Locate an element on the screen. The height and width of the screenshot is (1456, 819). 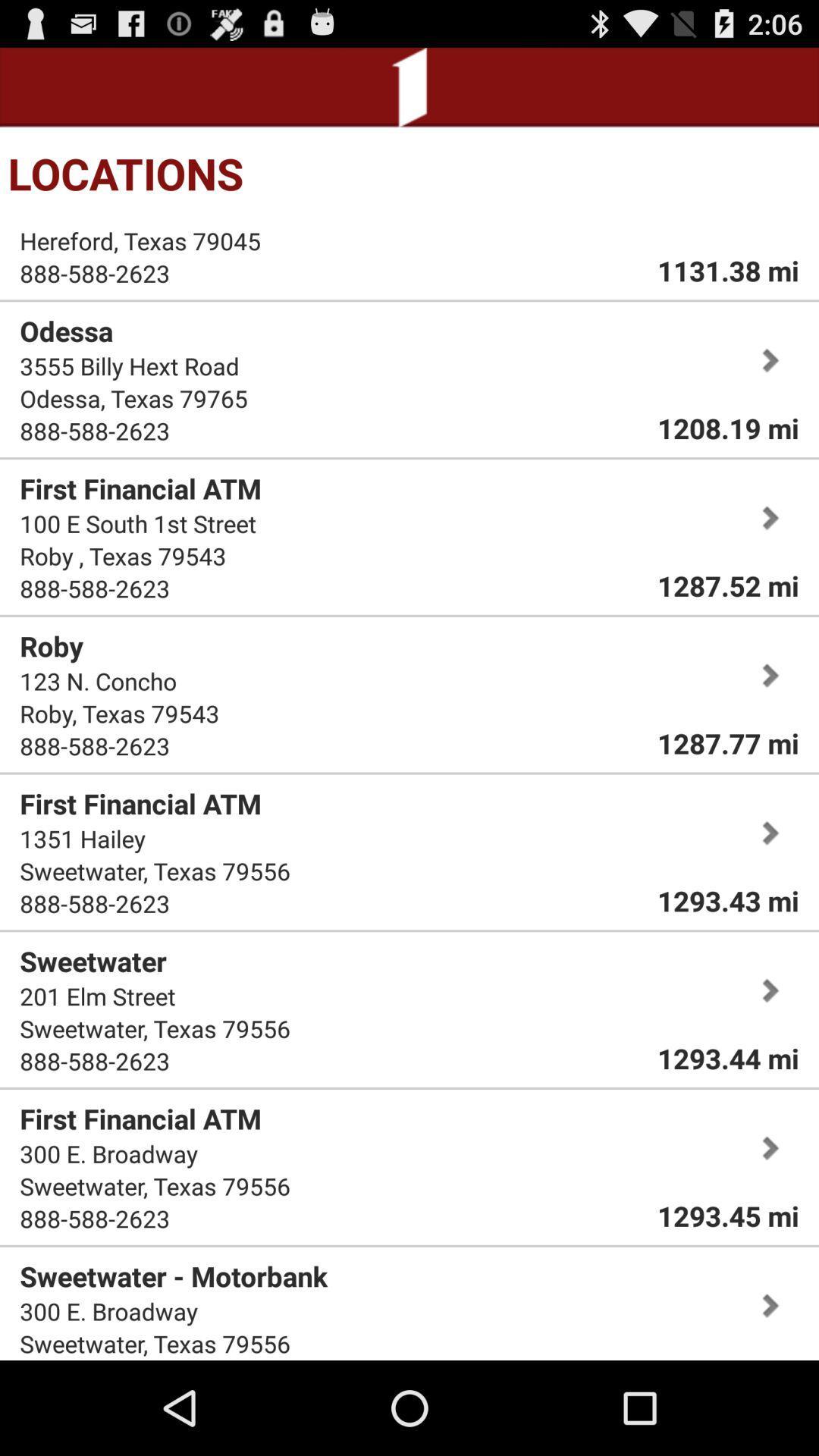
item next to the 1131.38 mi icon is located at coordinates (140, 240).